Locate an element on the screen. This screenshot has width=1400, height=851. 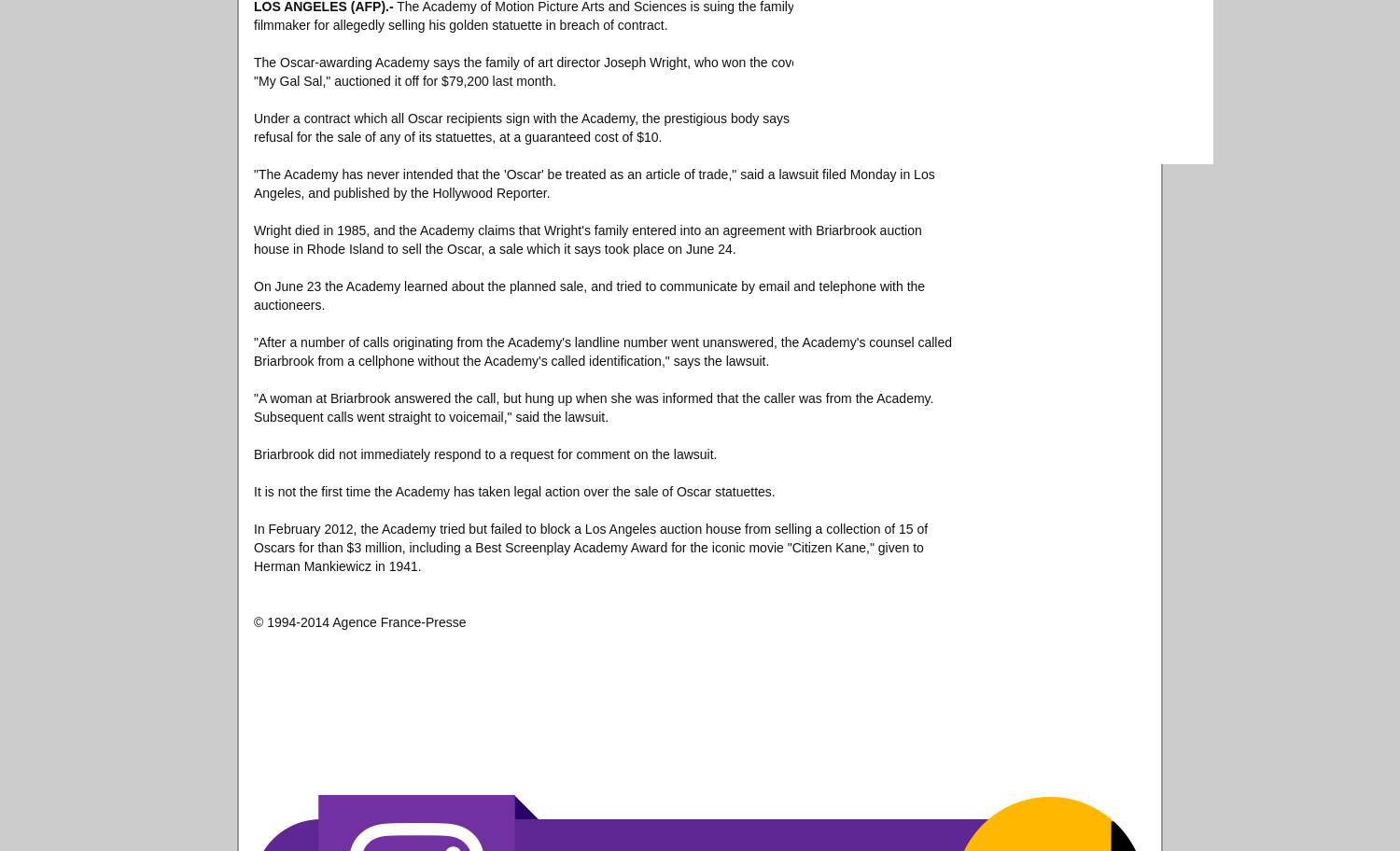
'Under a contract which all Oscar recipients sign with the Academy, the prestigious body says it has the right of first refusal for the sale of any of its statuettes, at a guaranteed cost of $10.' is located at coordinates (583, 125).